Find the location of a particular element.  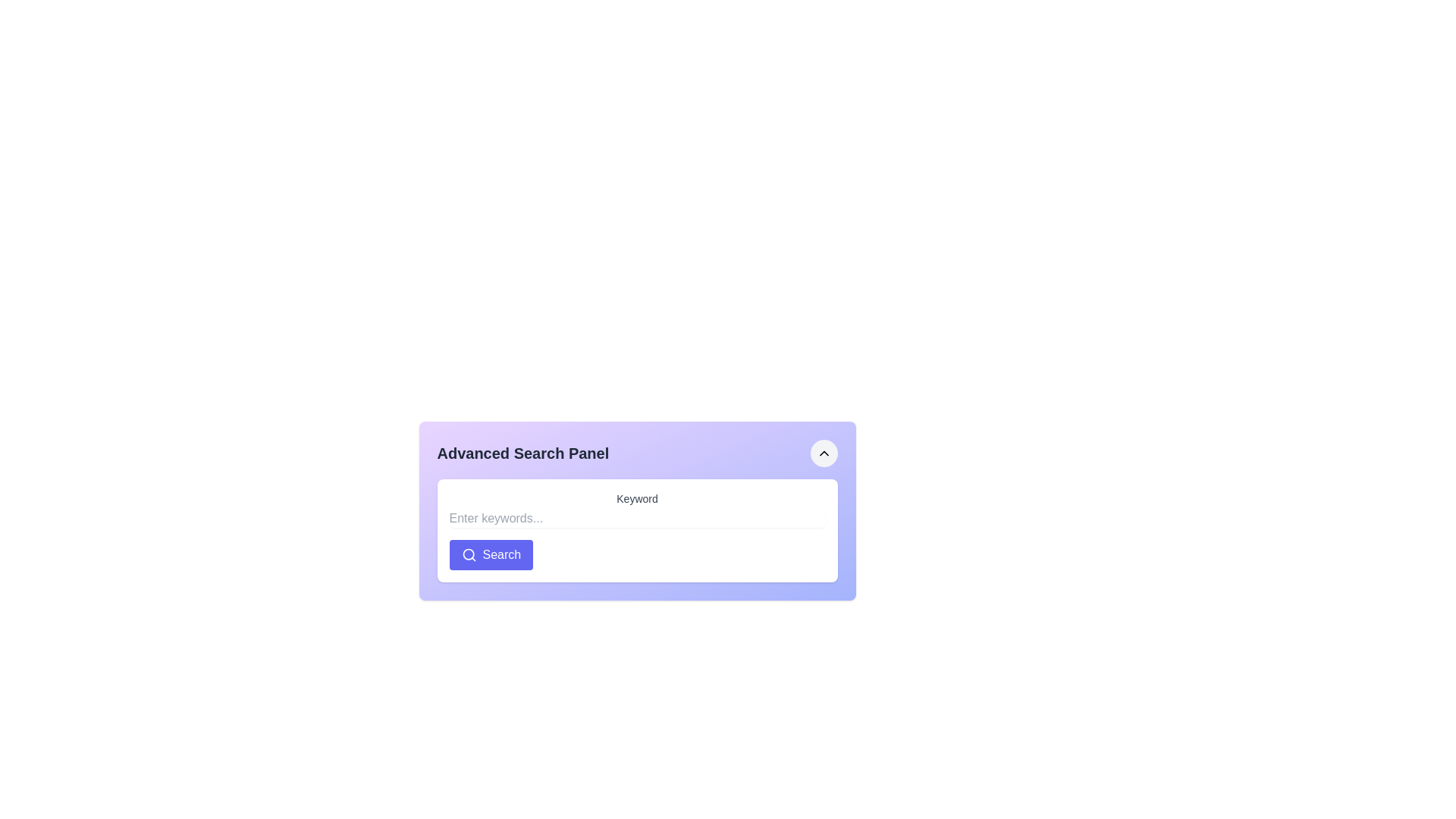

the upward-pointing chevron icon inside the rounded button at the top-right corner of the Advanced Search Panel is located at coordinates (823, 452).